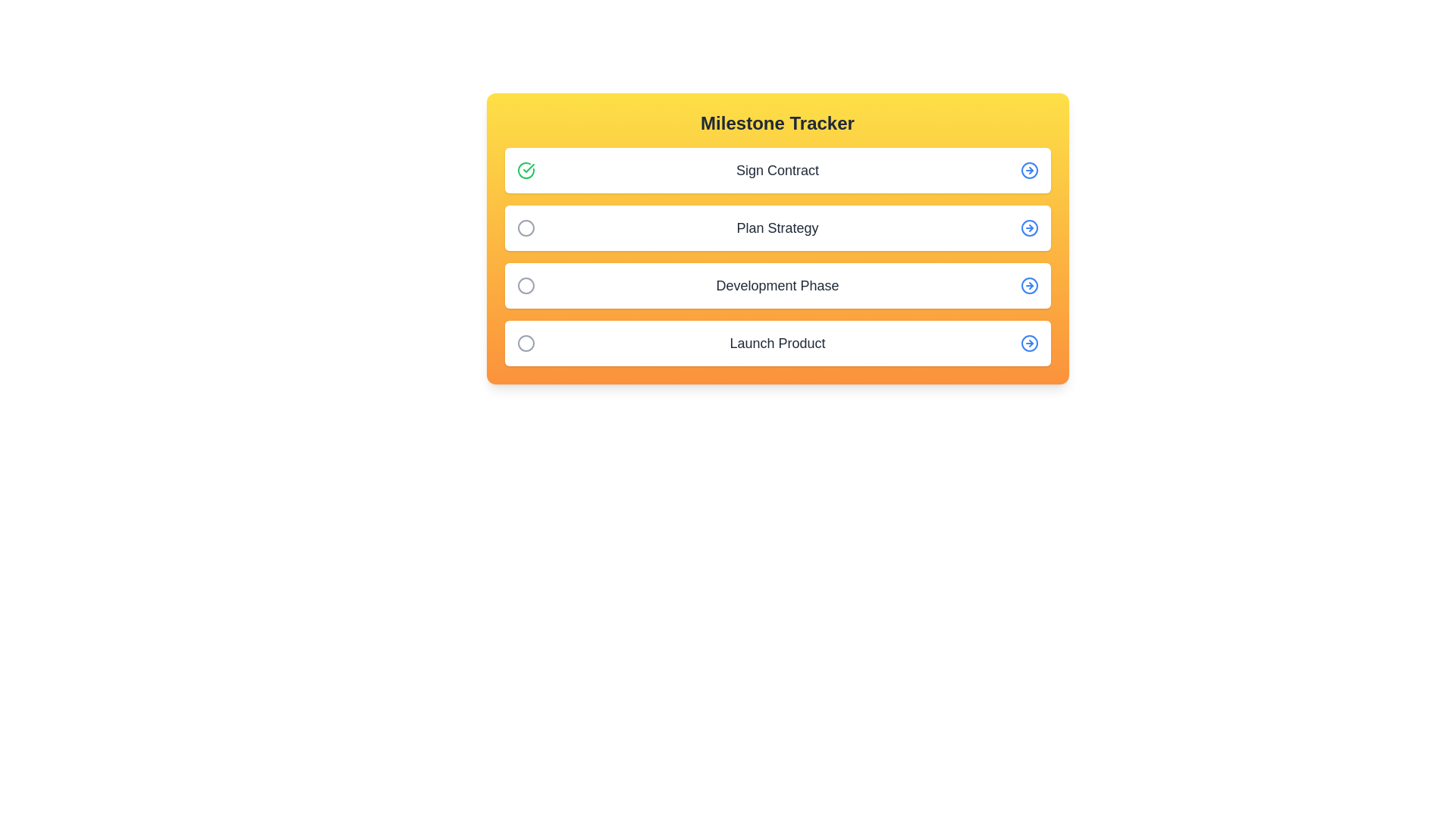  I want to click on the first milestone item labeled 'Sign Contract' in the Milestone Tracker list, so click(777, 170).